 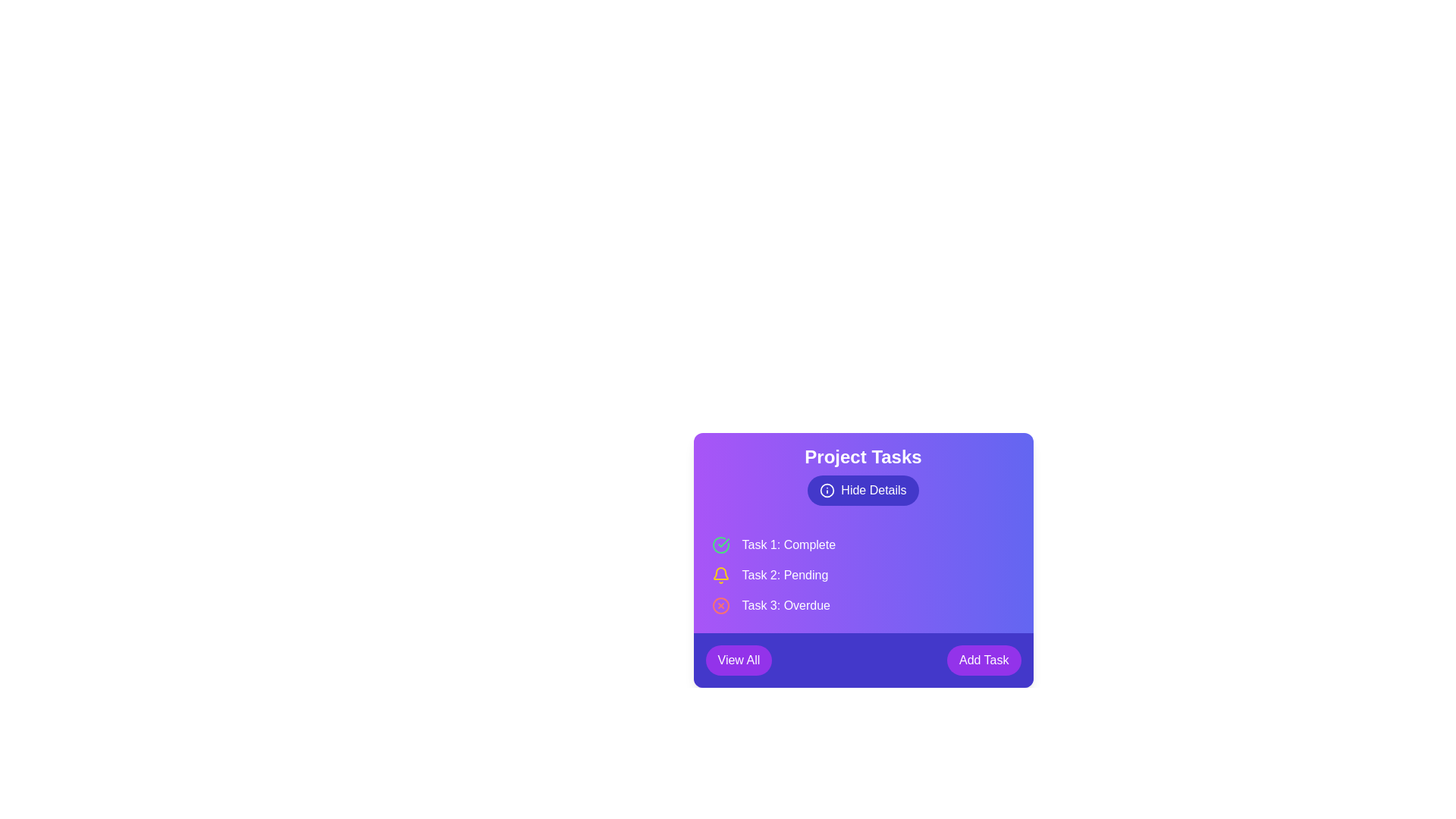 What do you see at coordinates (863, 604) in the screenshot?
I see `the List item labeled 'Task 3: Overdue', which is the third item in the vertical list of tasks within the 'Project Tasks' section` at bounding box center [863, 604].